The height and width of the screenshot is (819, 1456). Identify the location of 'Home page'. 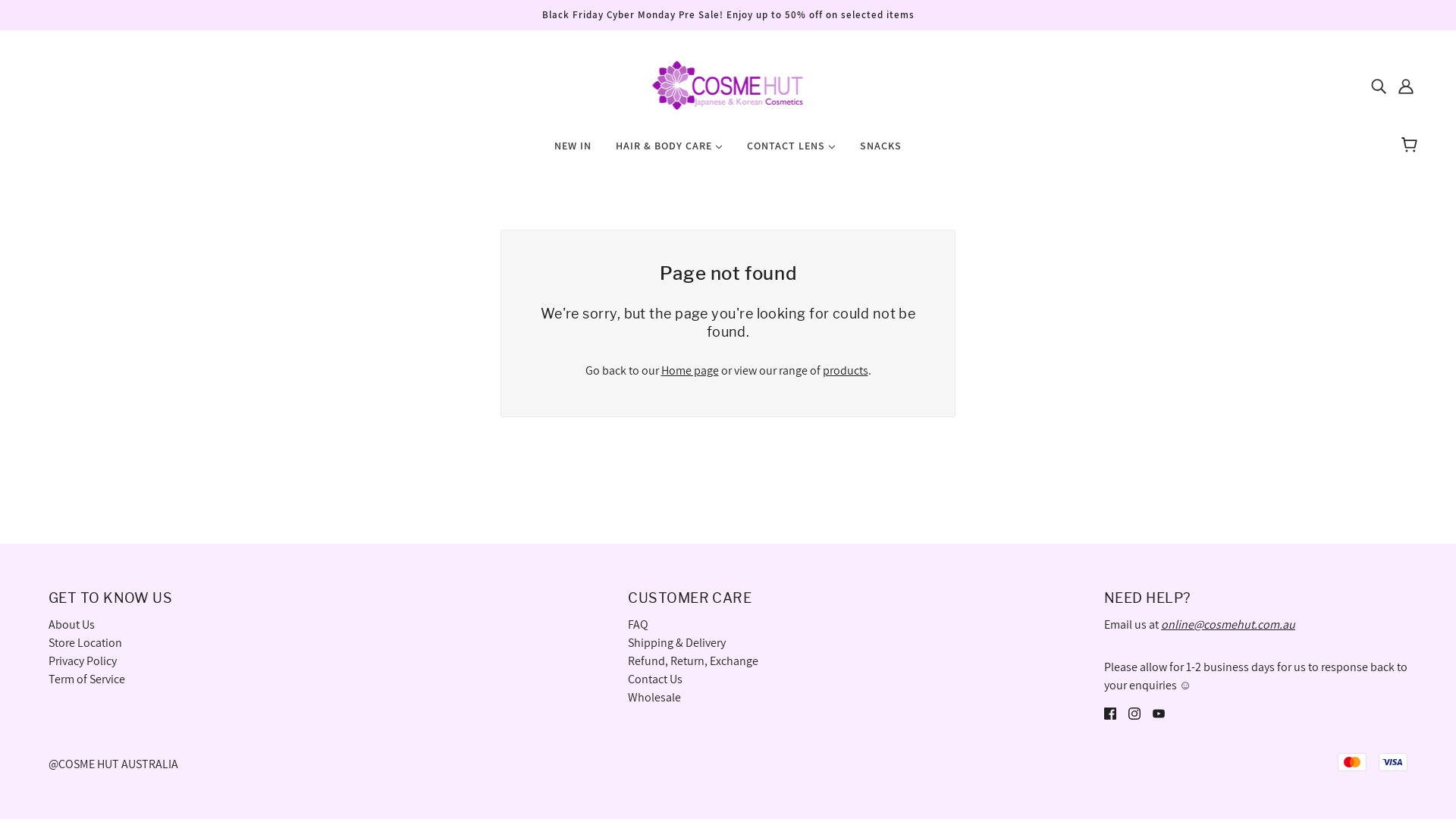
(689, 370).